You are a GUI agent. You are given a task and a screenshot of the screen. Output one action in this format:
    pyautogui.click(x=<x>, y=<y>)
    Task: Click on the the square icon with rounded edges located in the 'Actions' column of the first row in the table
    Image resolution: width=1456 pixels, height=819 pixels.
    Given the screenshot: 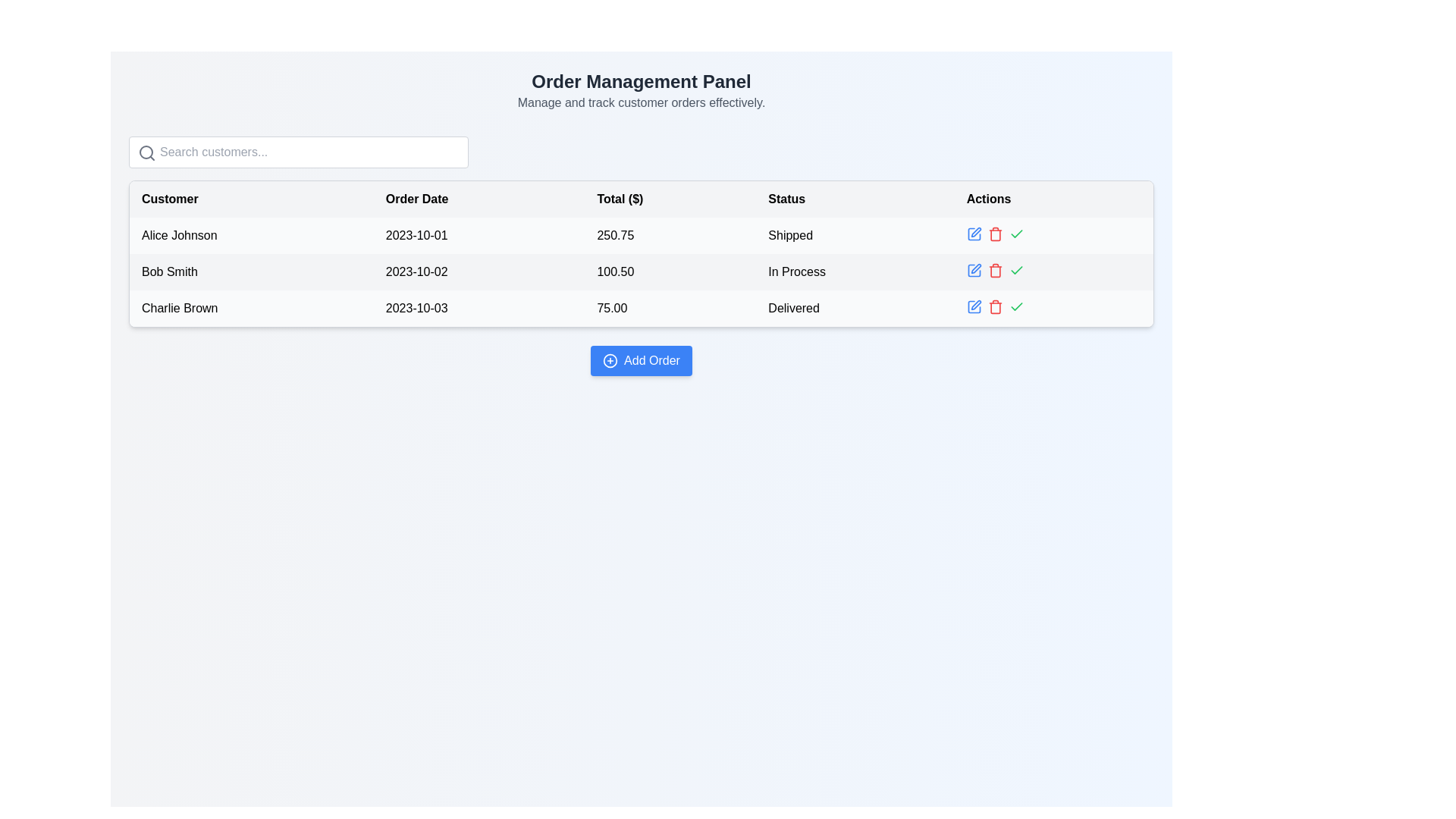 What is the action you would take?
    pyautogui.click(x=974, y=234)
    